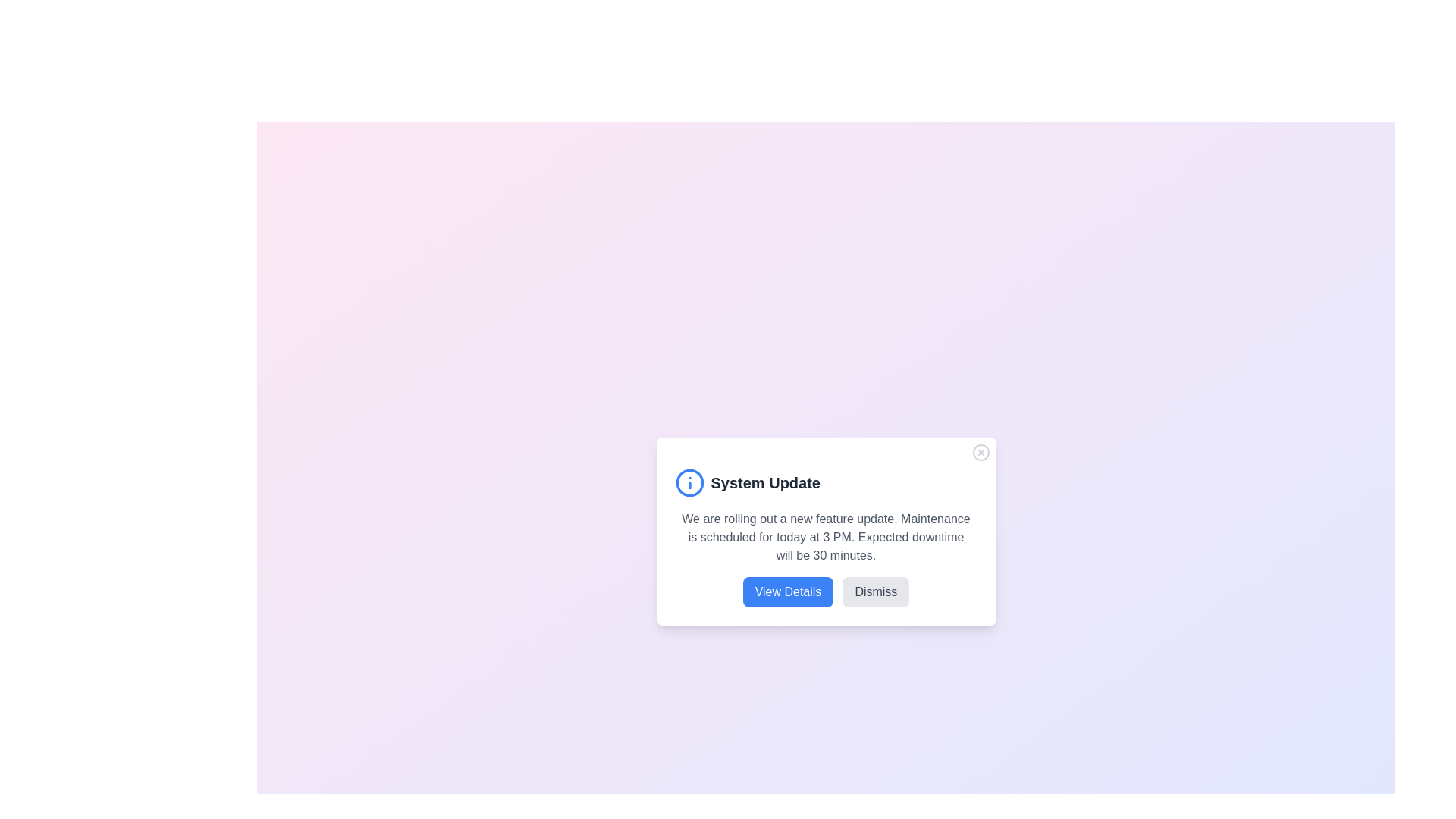 The height and width of the screenshot is (819, 1456). I want to click on the circular SVG graphic with a blue outline, part of the information icon located to the left of the 'System Update' title within the notification dialog box, so click(689, 482).